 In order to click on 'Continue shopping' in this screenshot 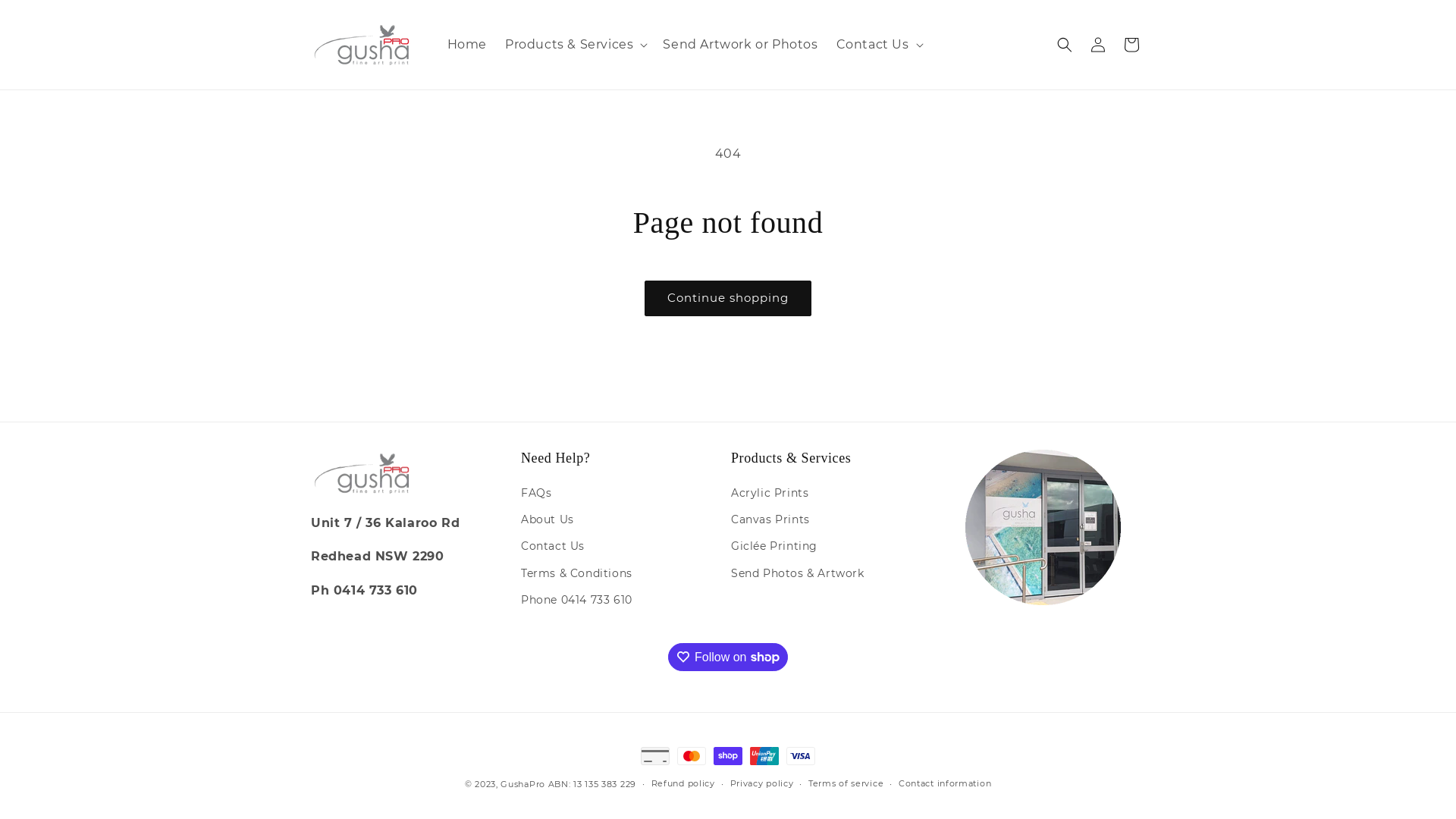, I will do `click(728, 298)`.